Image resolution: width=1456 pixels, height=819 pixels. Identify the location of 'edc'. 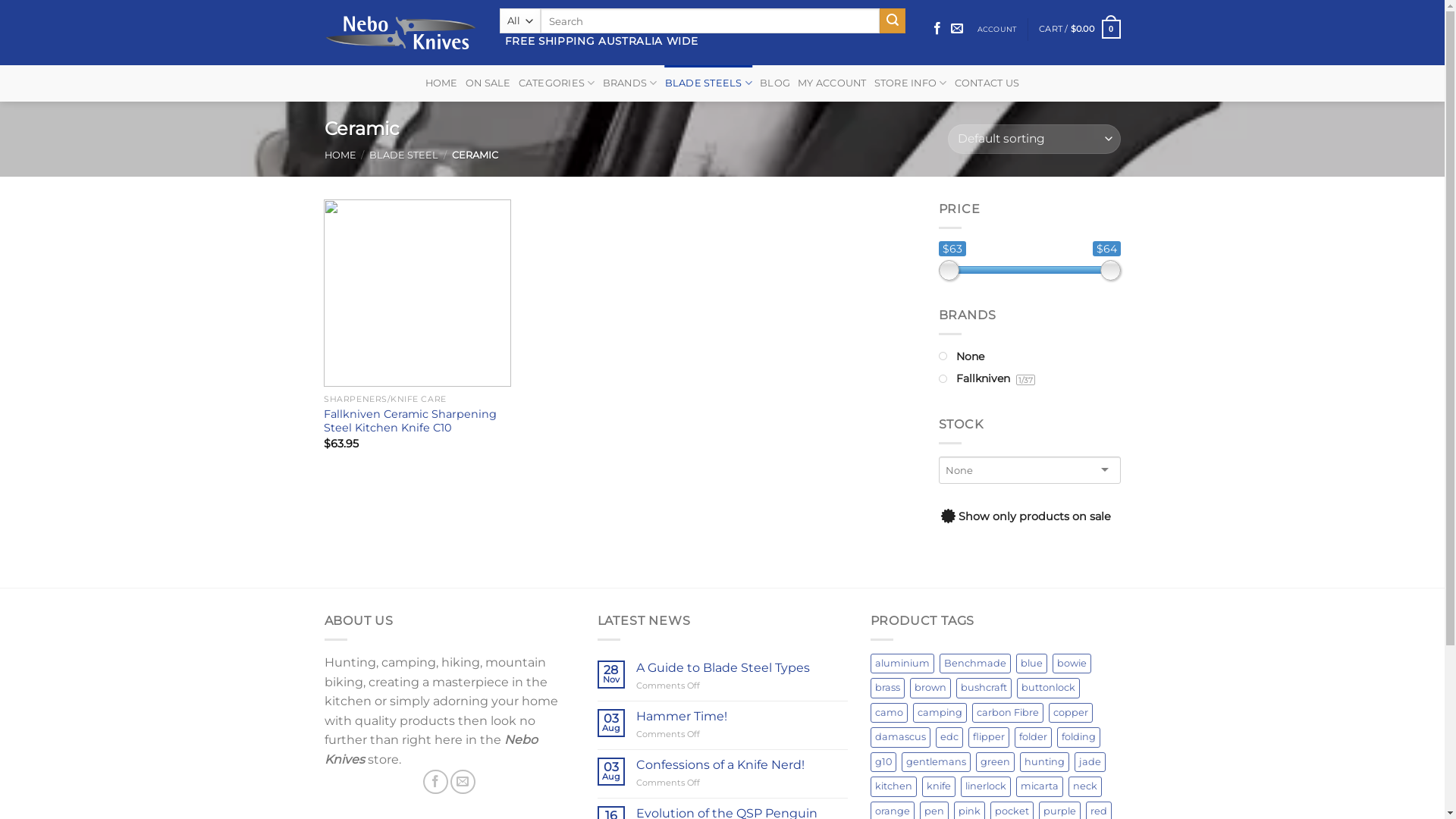
(949, 736).